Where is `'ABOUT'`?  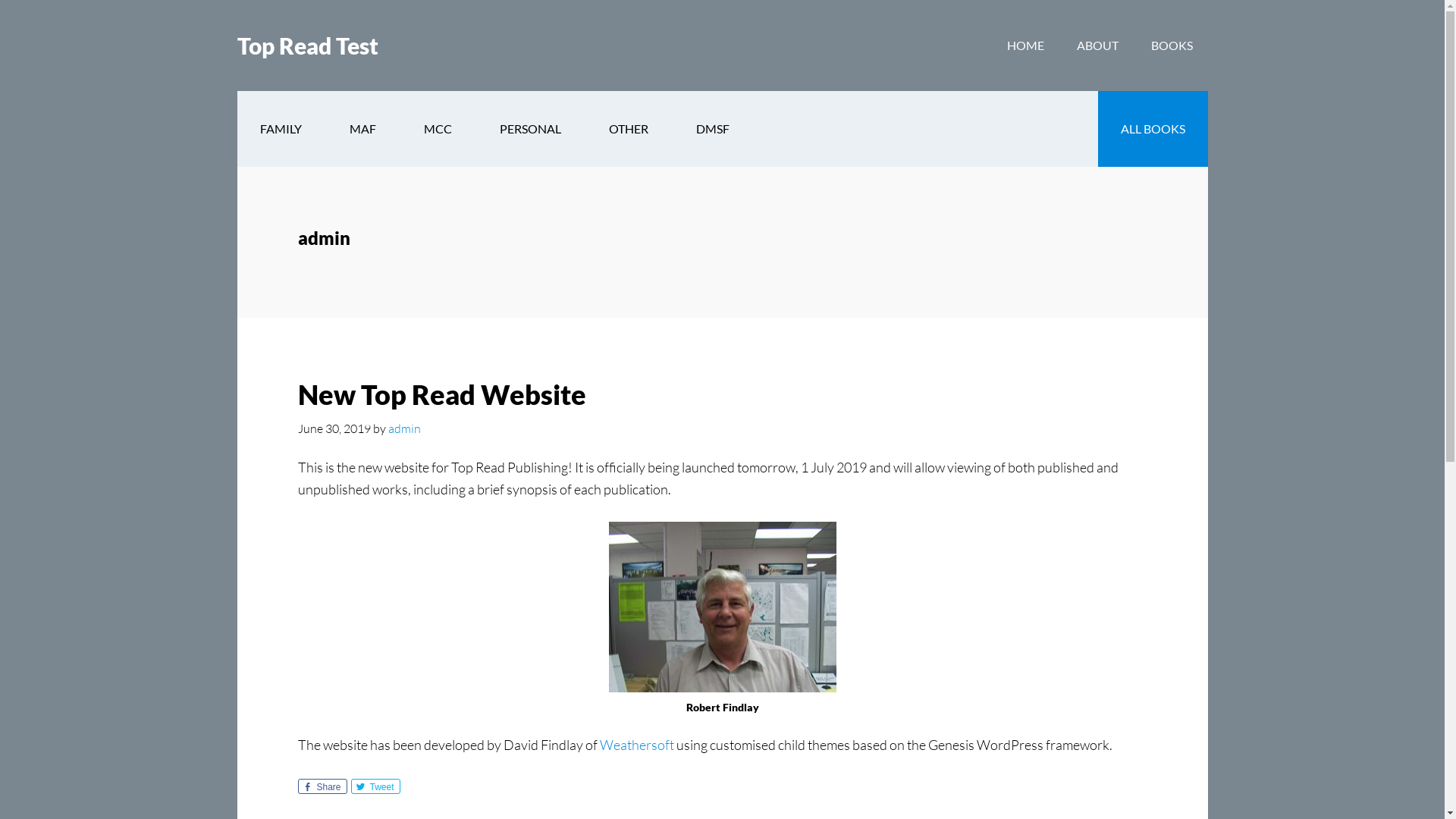 'ABOUT' is located at coordinates (1097, 45).